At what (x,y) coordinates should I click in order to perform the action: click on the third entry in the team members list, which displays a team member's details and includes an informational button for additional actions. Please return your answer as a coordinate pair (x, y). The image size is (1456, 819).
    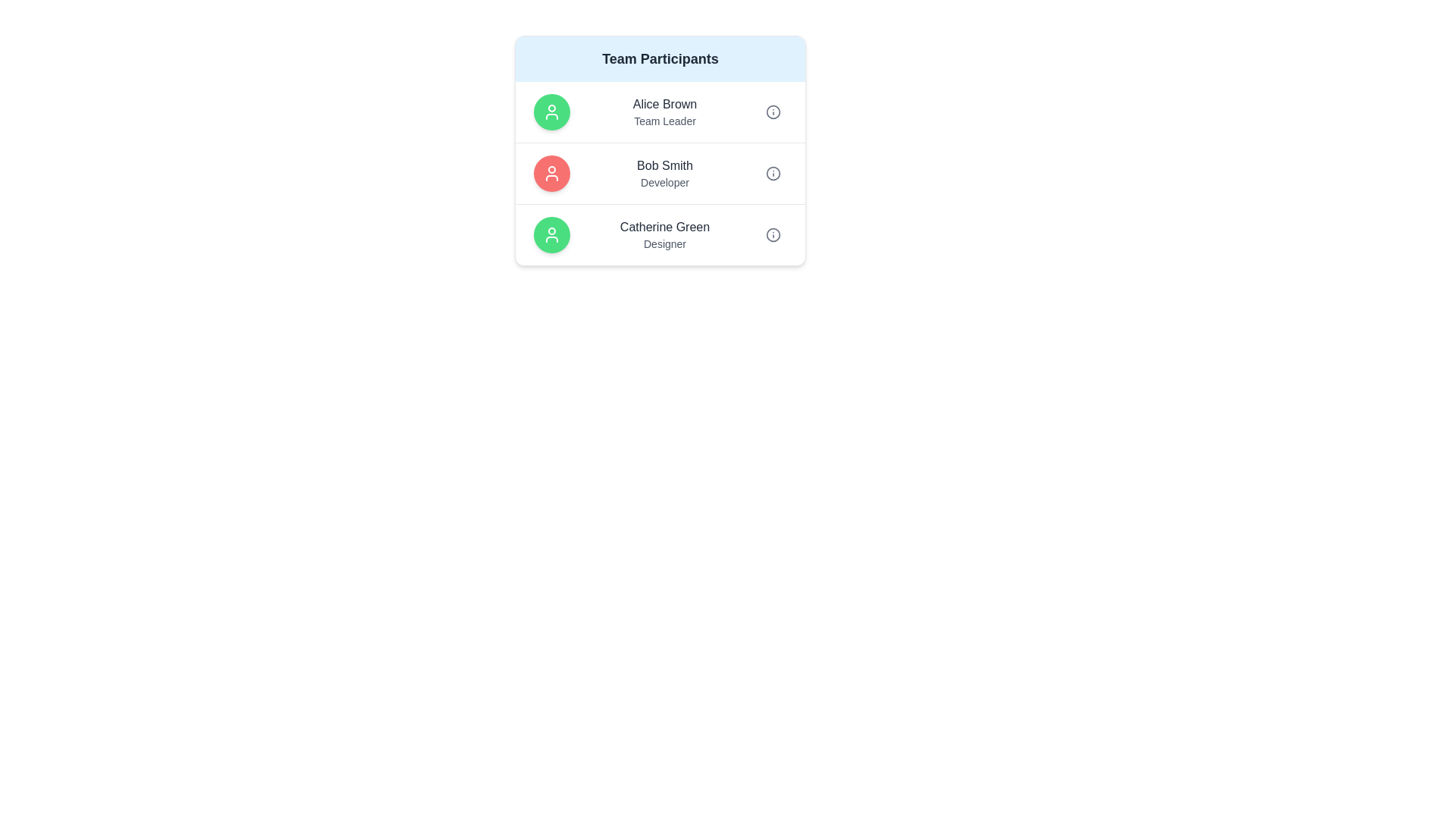
    Looking at the image, I should click on (660, 234).